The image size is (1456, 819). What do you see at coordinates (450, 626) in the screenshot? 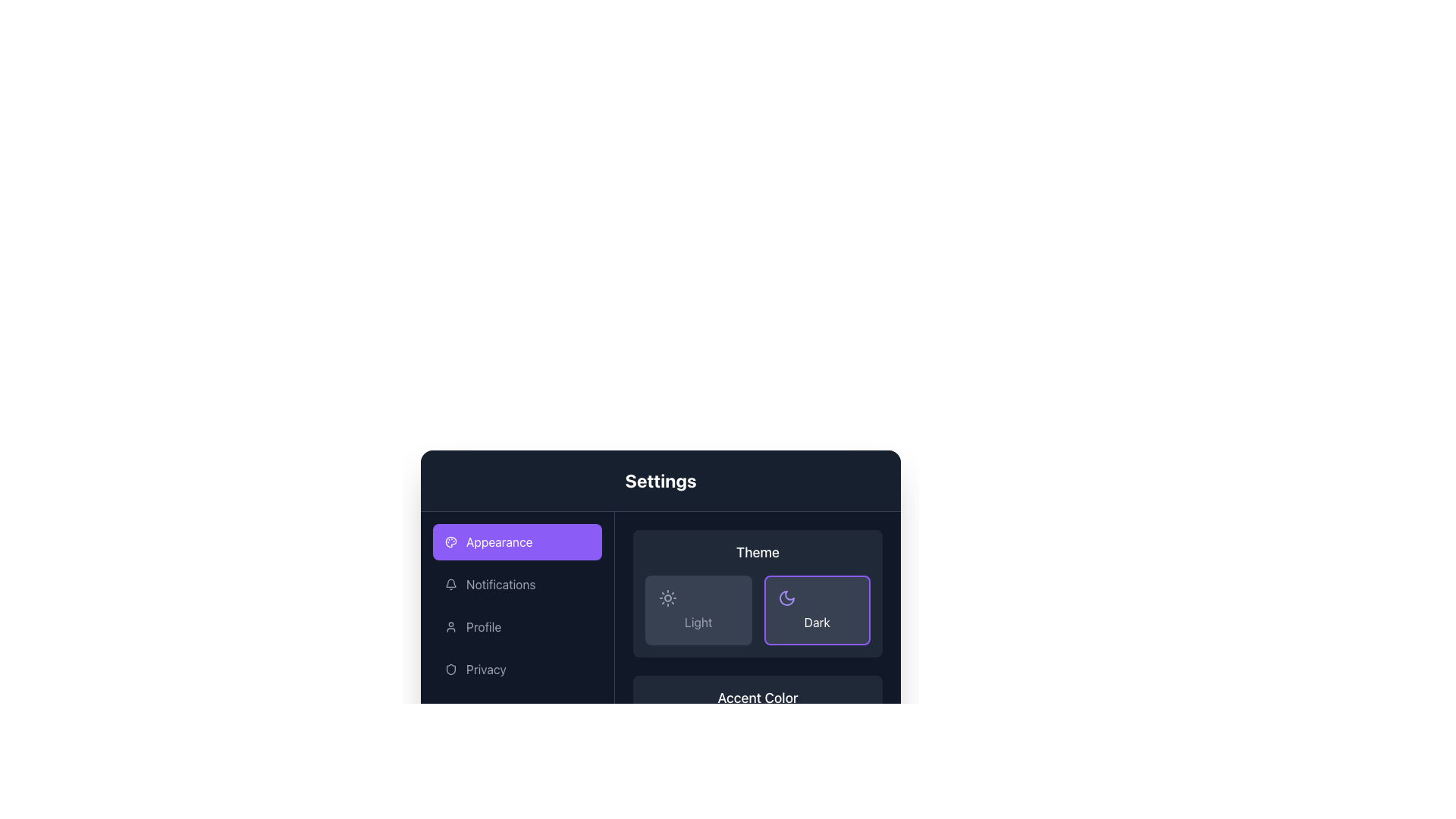
I see `the 'Profile' icon in the navigation menu` at bounding box center [450, 626].